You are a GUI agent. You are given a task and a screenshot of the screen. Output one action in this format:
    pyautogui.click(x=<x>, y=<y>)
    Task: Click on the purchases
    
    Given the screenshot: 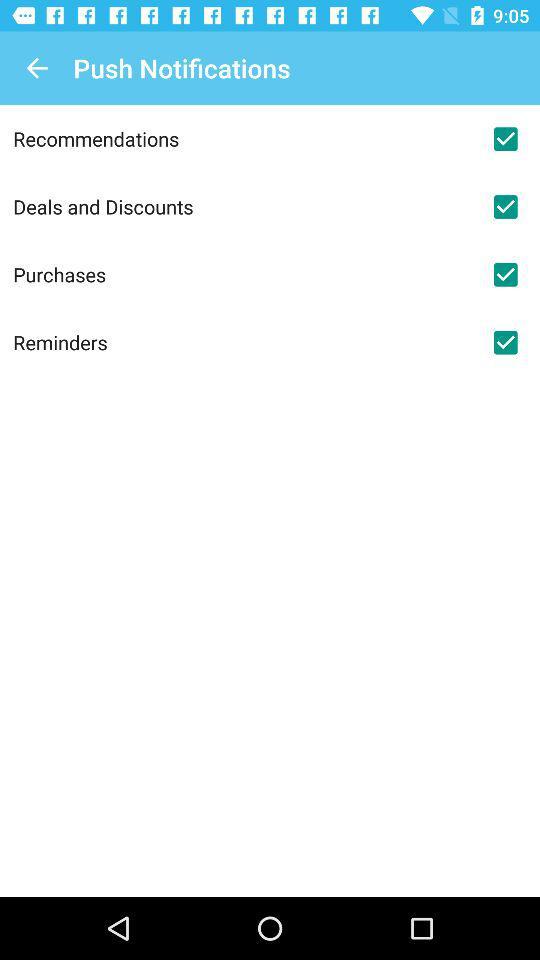 What is the action you would take?
    pyautogui.click(x=242, y=273)
    